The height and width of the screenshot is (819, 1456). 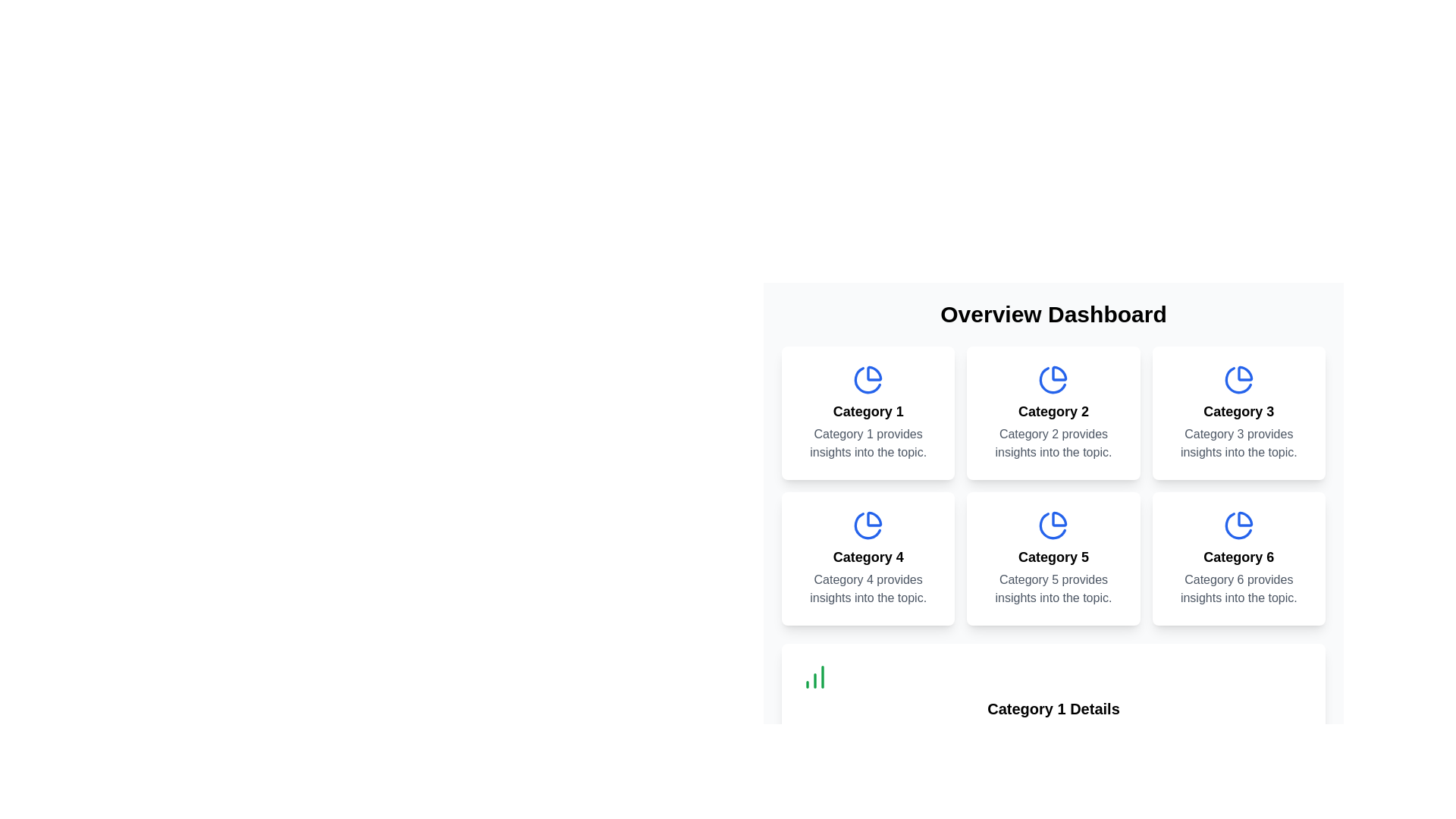 What do you see at coordinates (1053, 413) in the screenshot?
I see `the center category card positioned in the grid layout, located between 'Category 1' and 'Category 3'` at bounding box center [1053, 413].